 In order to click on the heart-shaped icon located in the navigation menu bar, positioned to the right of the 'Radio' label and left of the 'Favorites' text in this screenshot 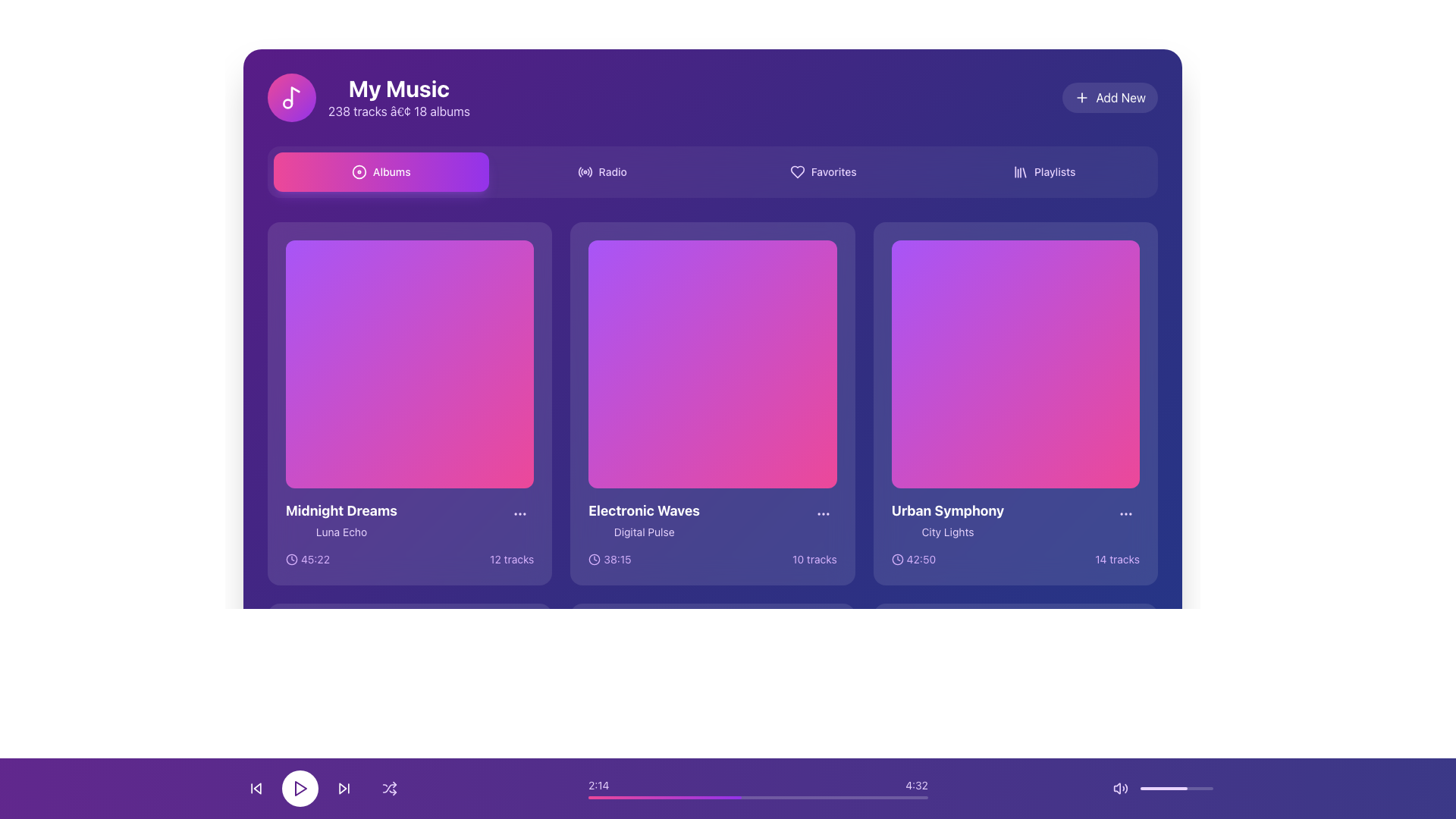, I will do `click(796, 171)`.